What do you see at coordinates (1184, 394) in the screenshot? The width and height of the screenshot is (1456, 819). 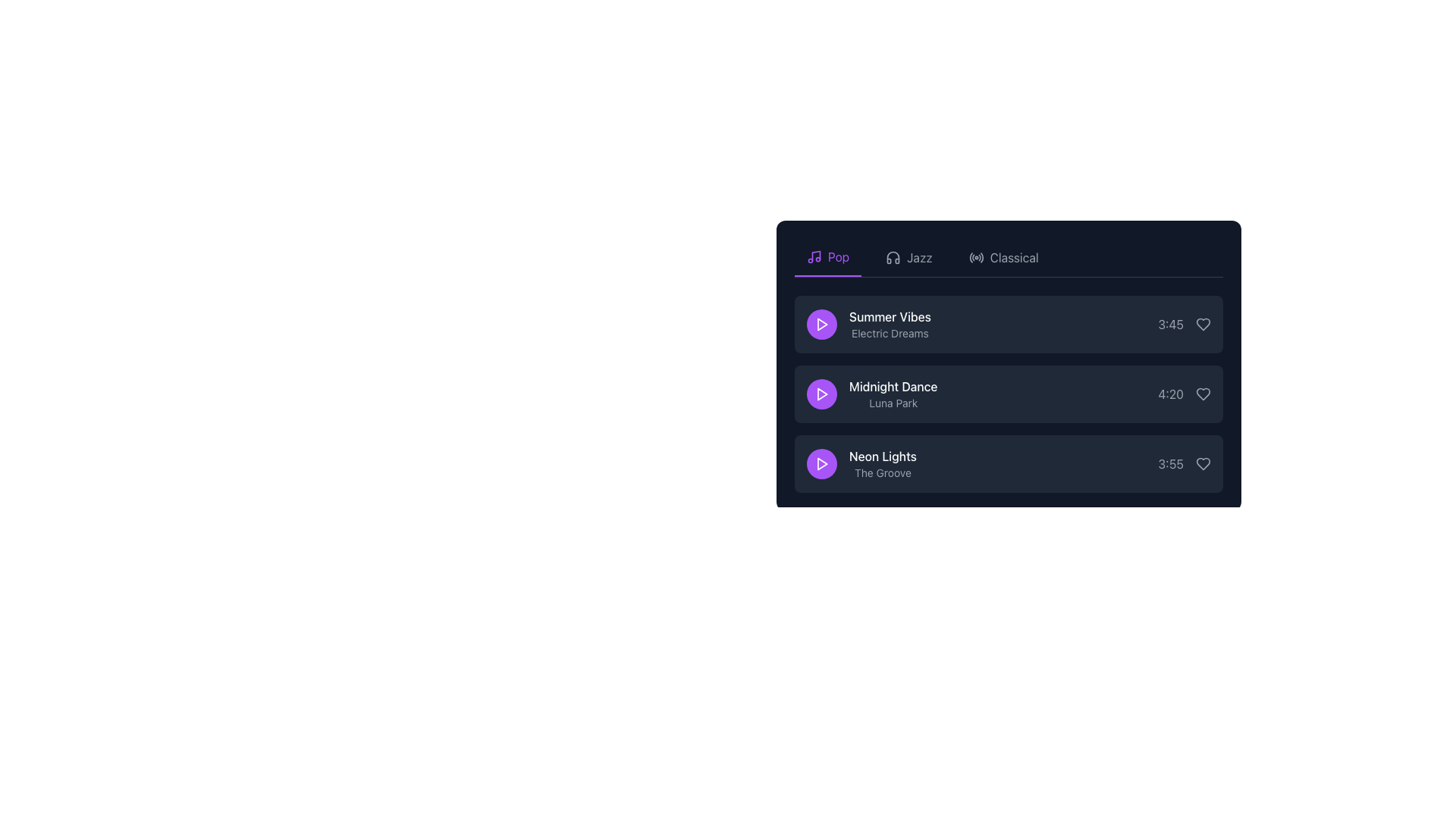 I see `the duration text label '4:20' which is styled in a lighter gray color and positioned alongside a heart icon in the song details row` at bounding box center [1184, 394].